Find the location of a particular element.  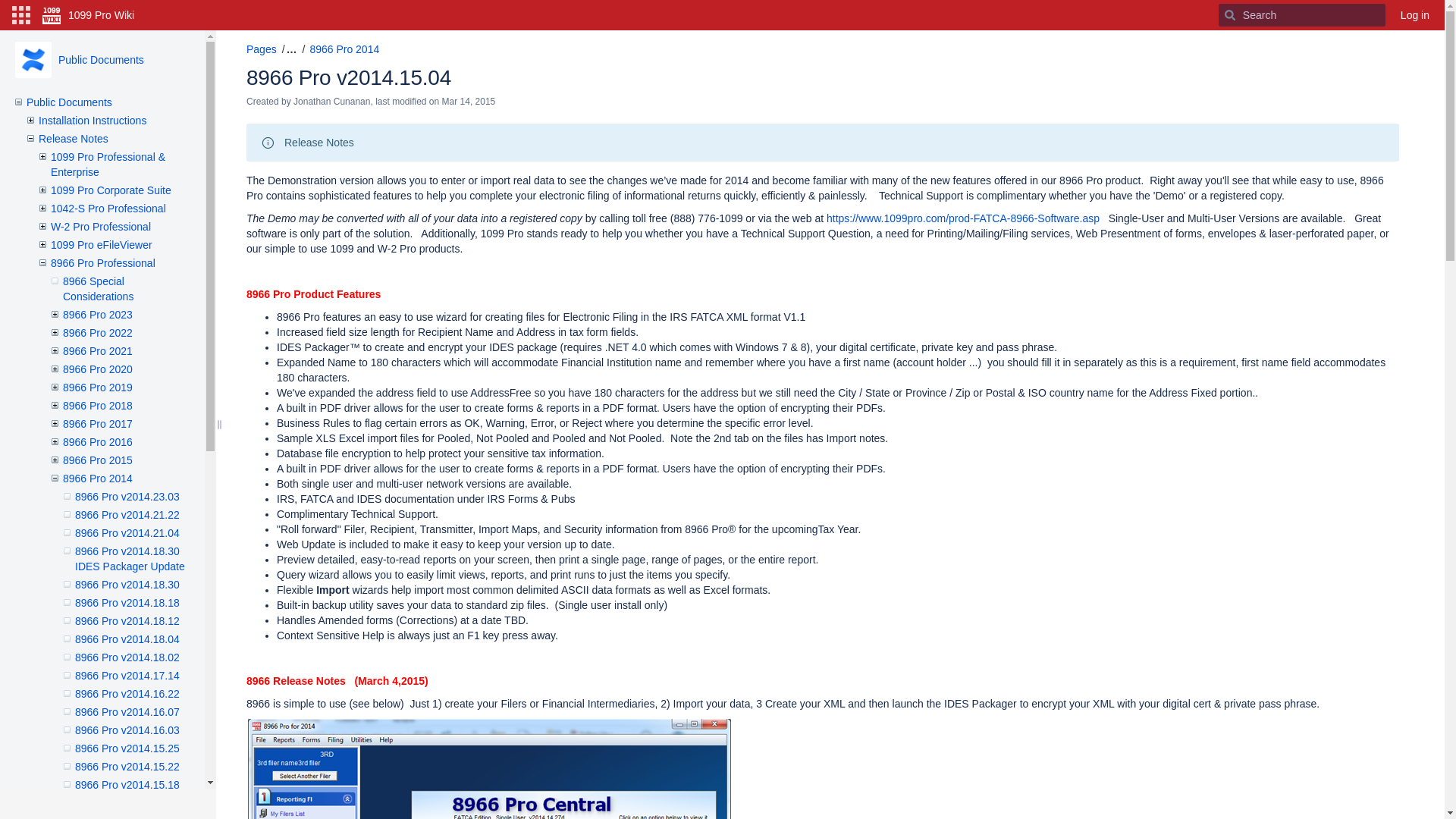

'8966 Pro 2023' is located at coordinates (97, 314).